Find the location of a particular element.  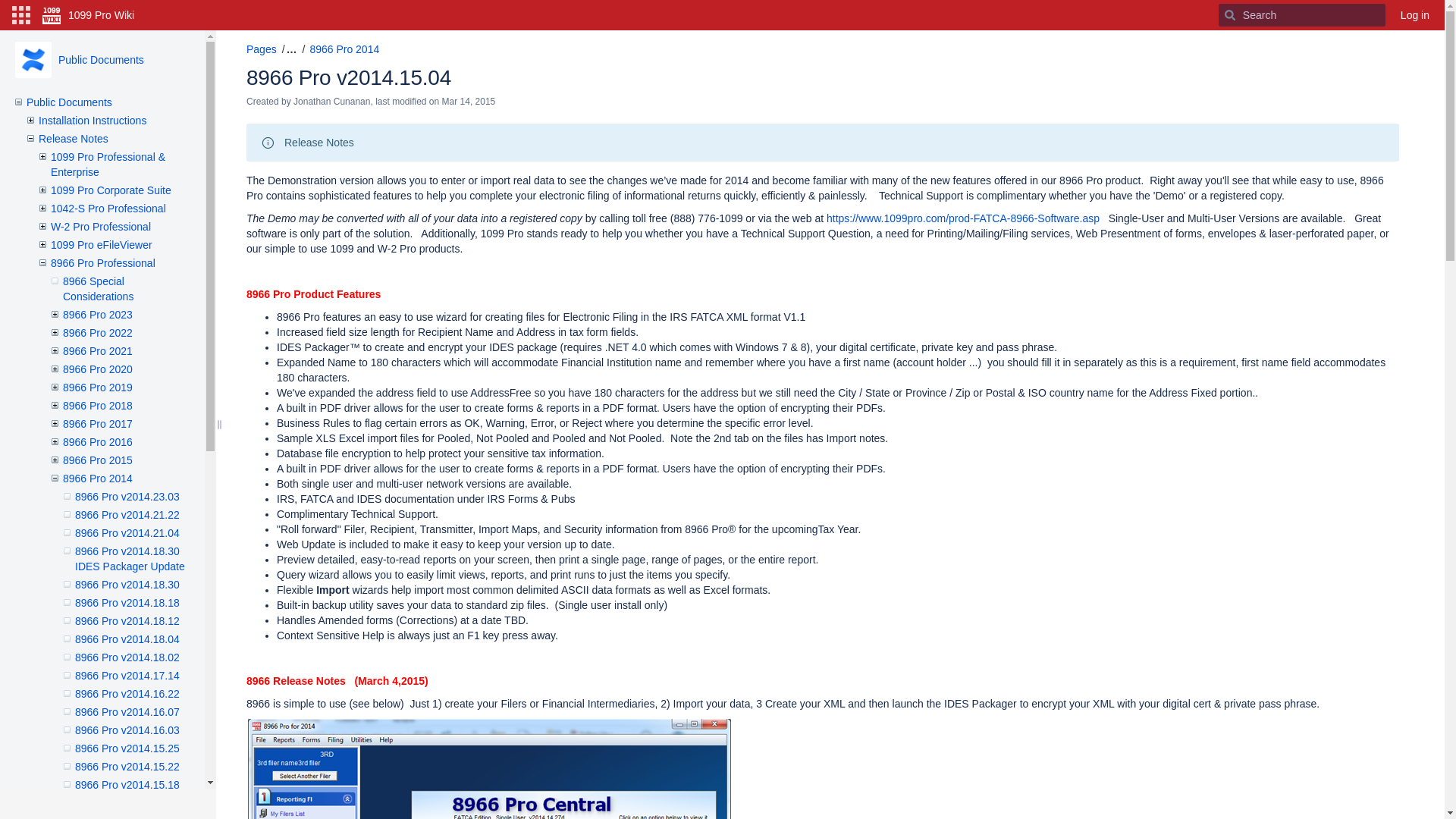

'8966 Pro 2023' is located at coordinates (97, 314).